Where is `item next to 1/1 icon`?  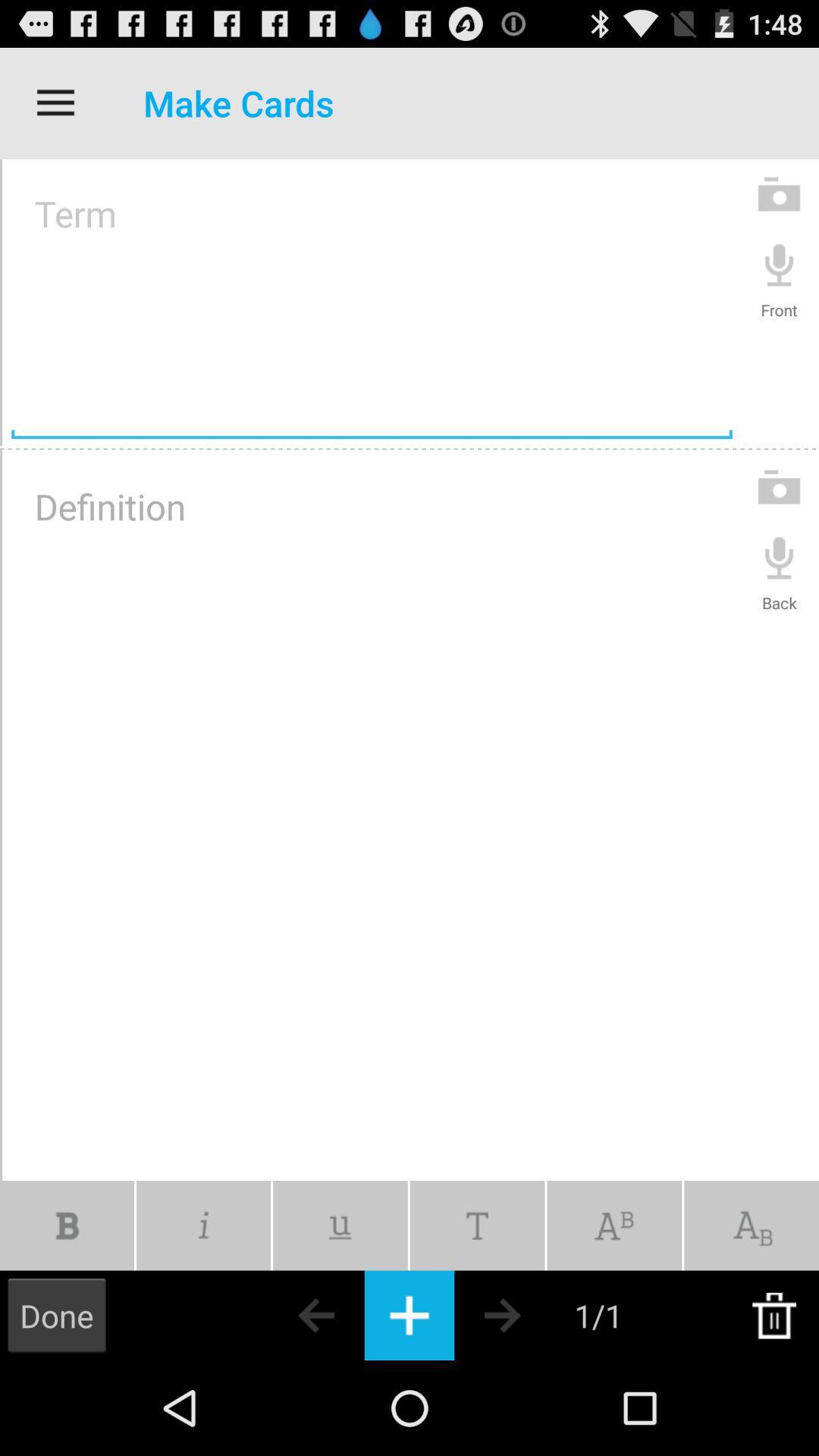
item next to 1/1 icon is located at coordinates (529, 1314).